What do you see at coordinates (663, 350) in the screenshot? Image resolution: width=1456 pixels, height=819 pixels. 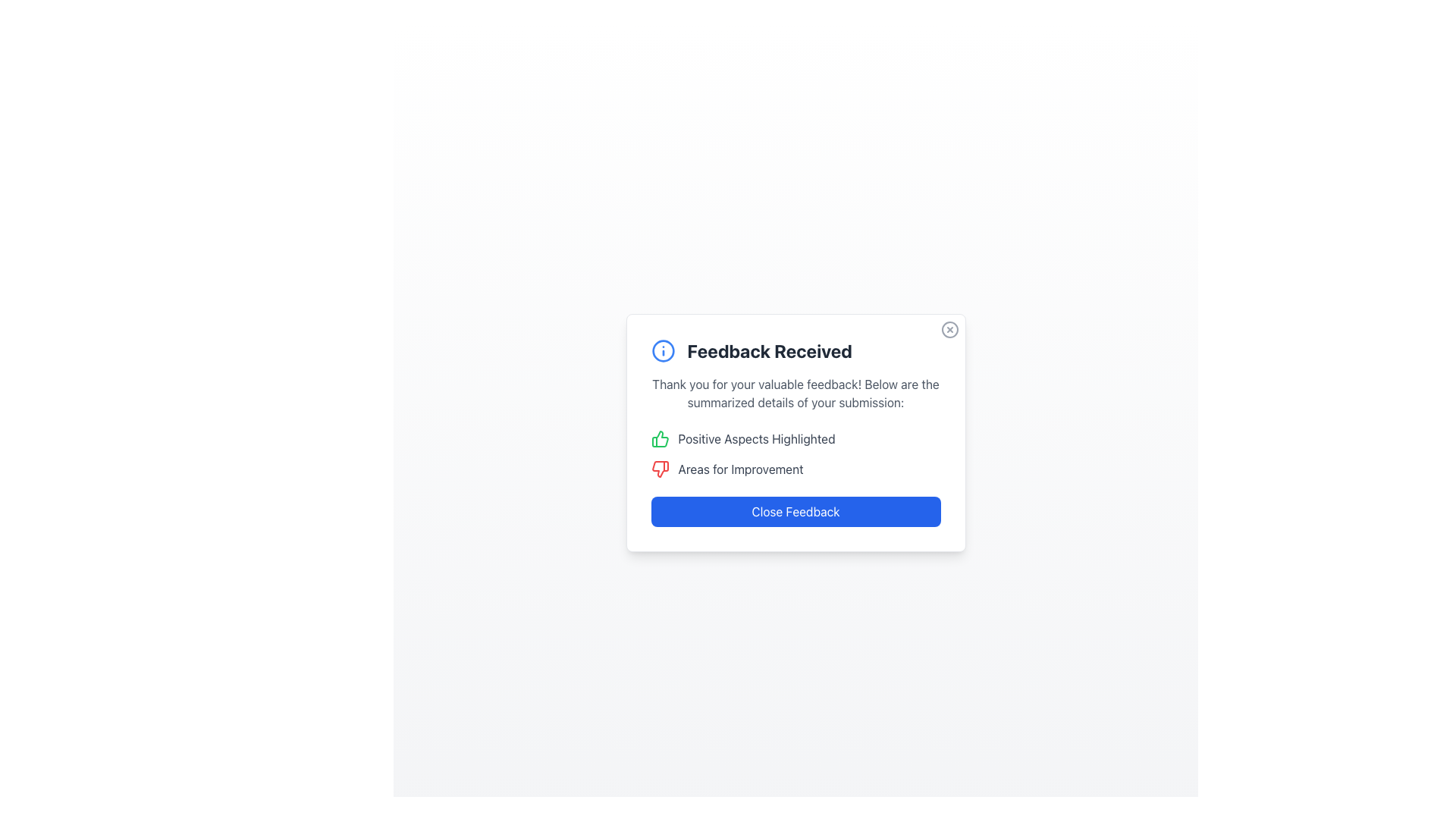 I see `the SVG circle graphic that is part of the information icon in the 'Feedback Received' dialog box` at bounding box center [663, 350].